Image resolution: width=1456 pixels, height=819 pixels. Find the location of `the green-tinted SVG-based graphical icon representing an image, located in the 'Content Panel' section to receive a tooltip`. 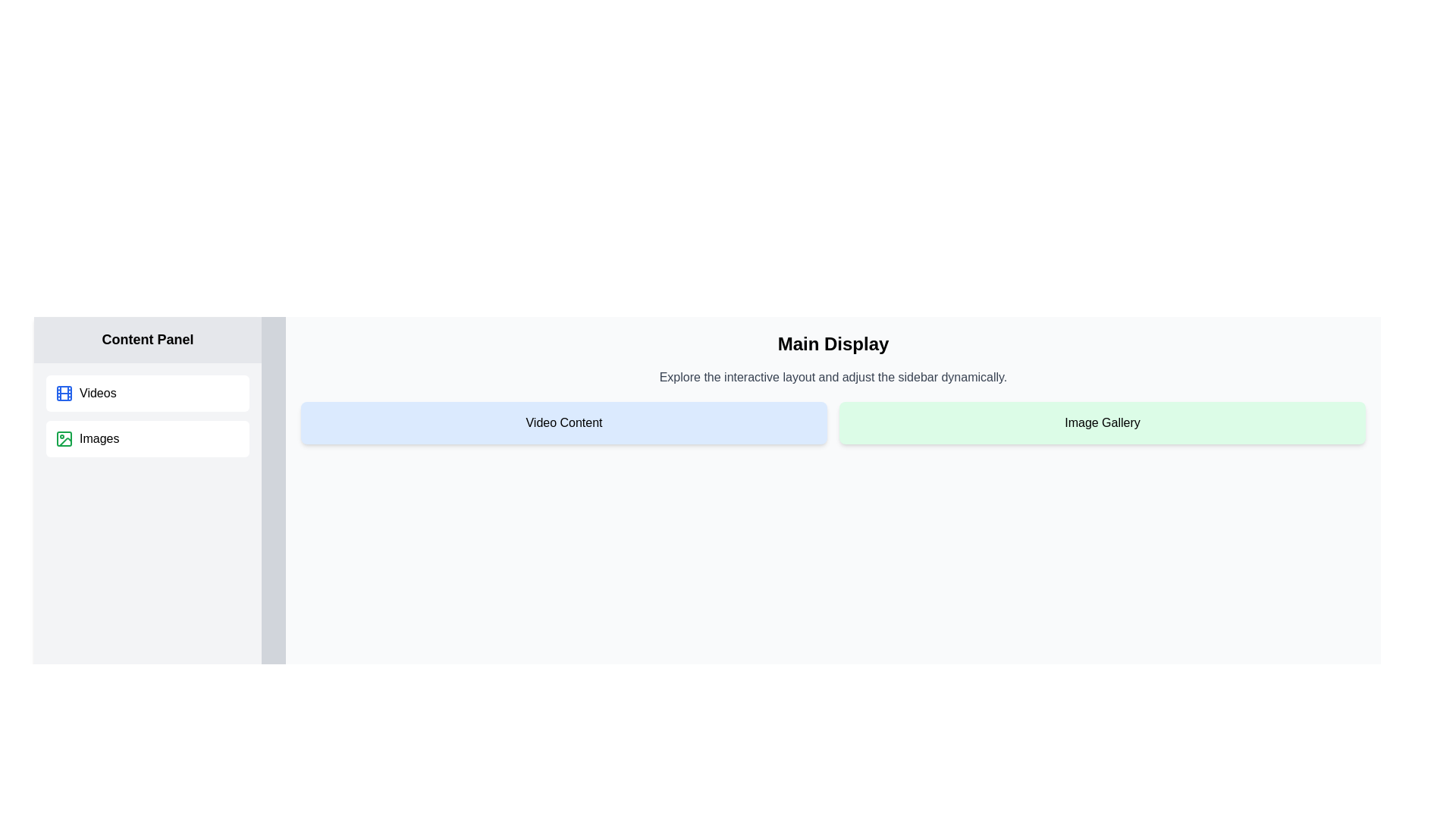

the green-tinted SVG-based graphical icon representing an image, located in the 'Content Panel' section to receive a tooltip is located at coordinates (64, 438).